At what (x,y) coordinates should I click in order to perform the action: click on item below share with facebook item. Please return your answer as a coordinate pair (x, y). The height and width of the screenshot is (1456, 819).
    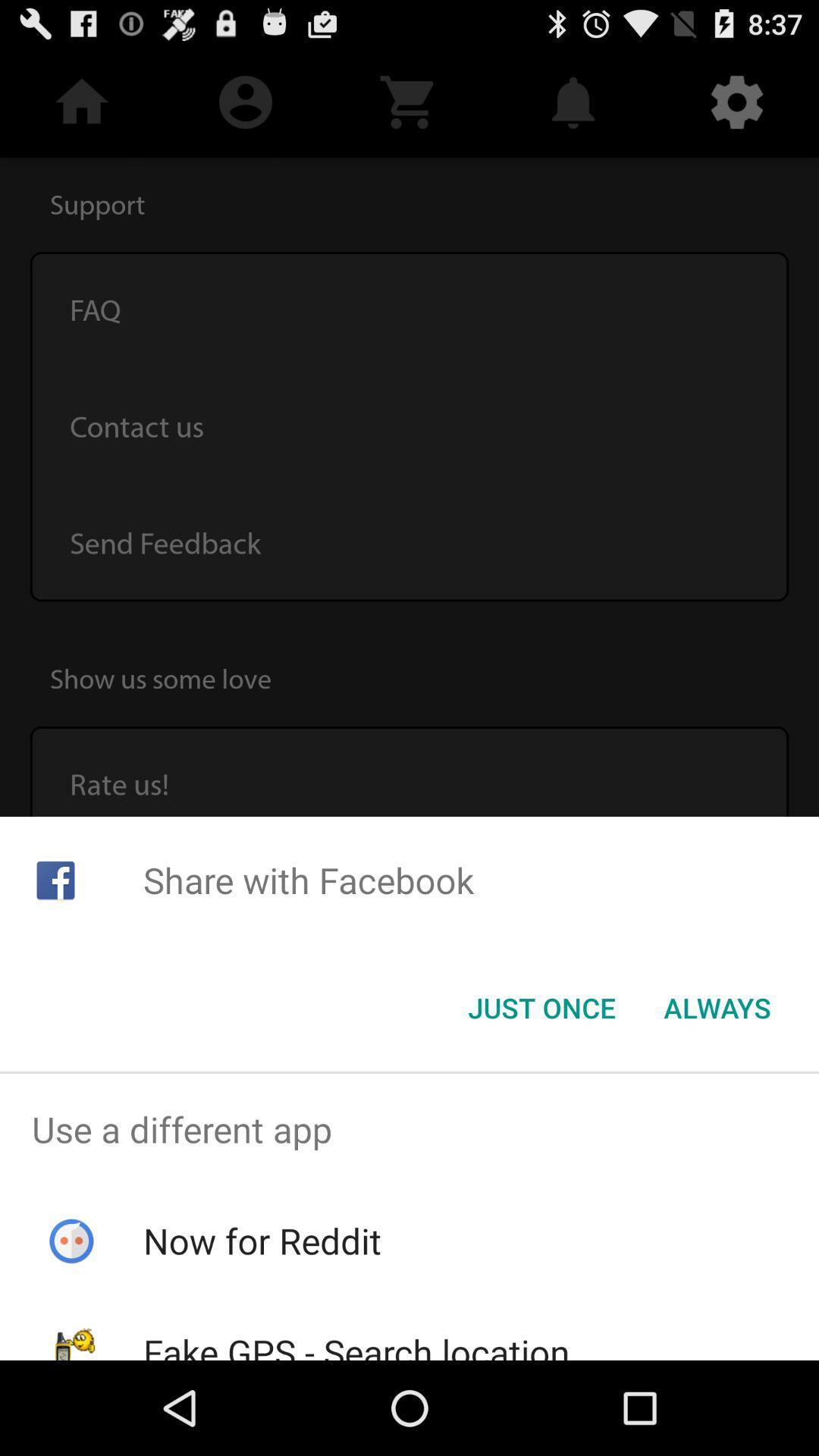
    Looking at the image, I should click on (717, 1008).